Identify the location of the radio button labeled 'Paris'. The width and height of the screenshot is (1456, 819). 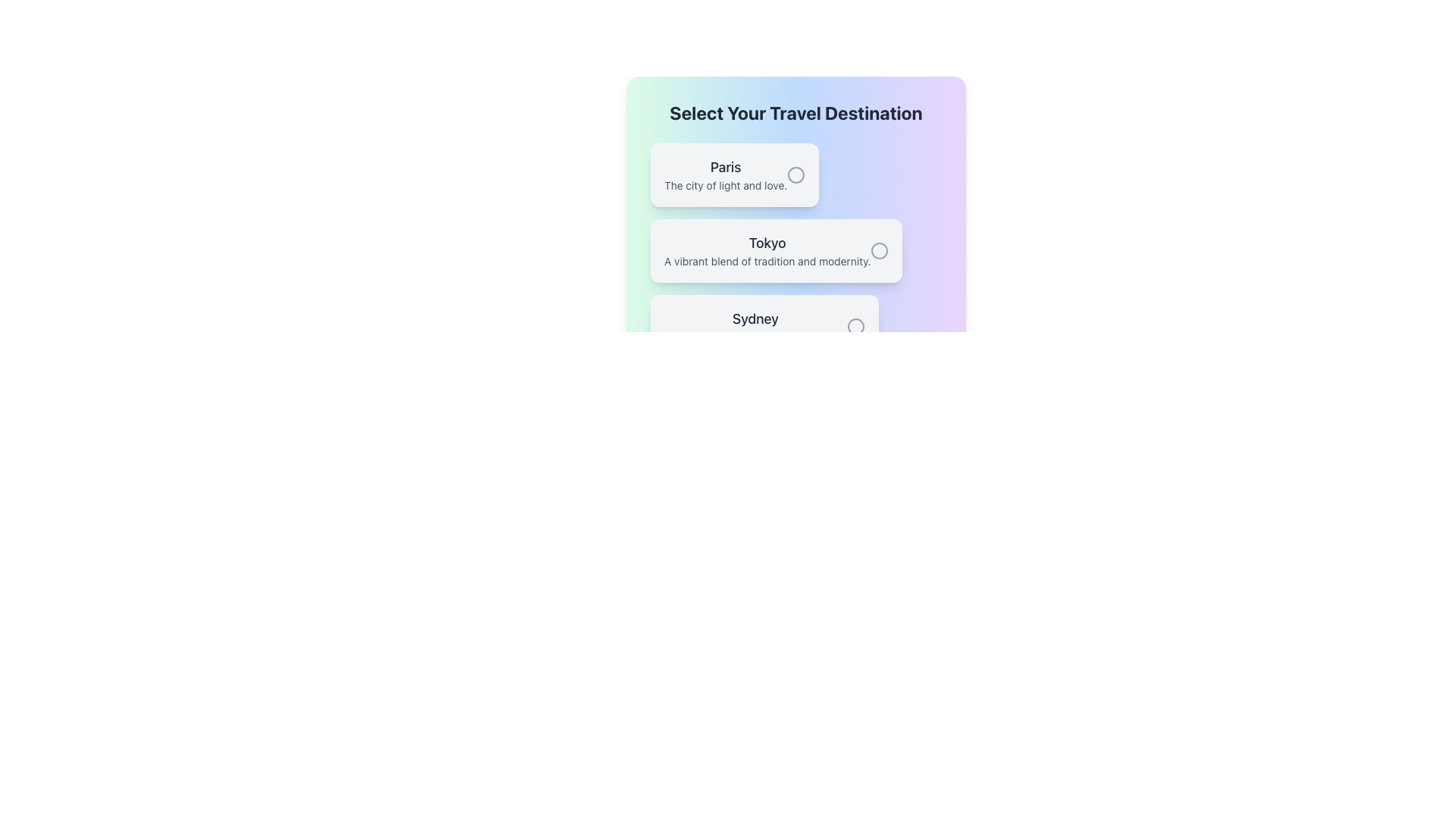
(795, 174).